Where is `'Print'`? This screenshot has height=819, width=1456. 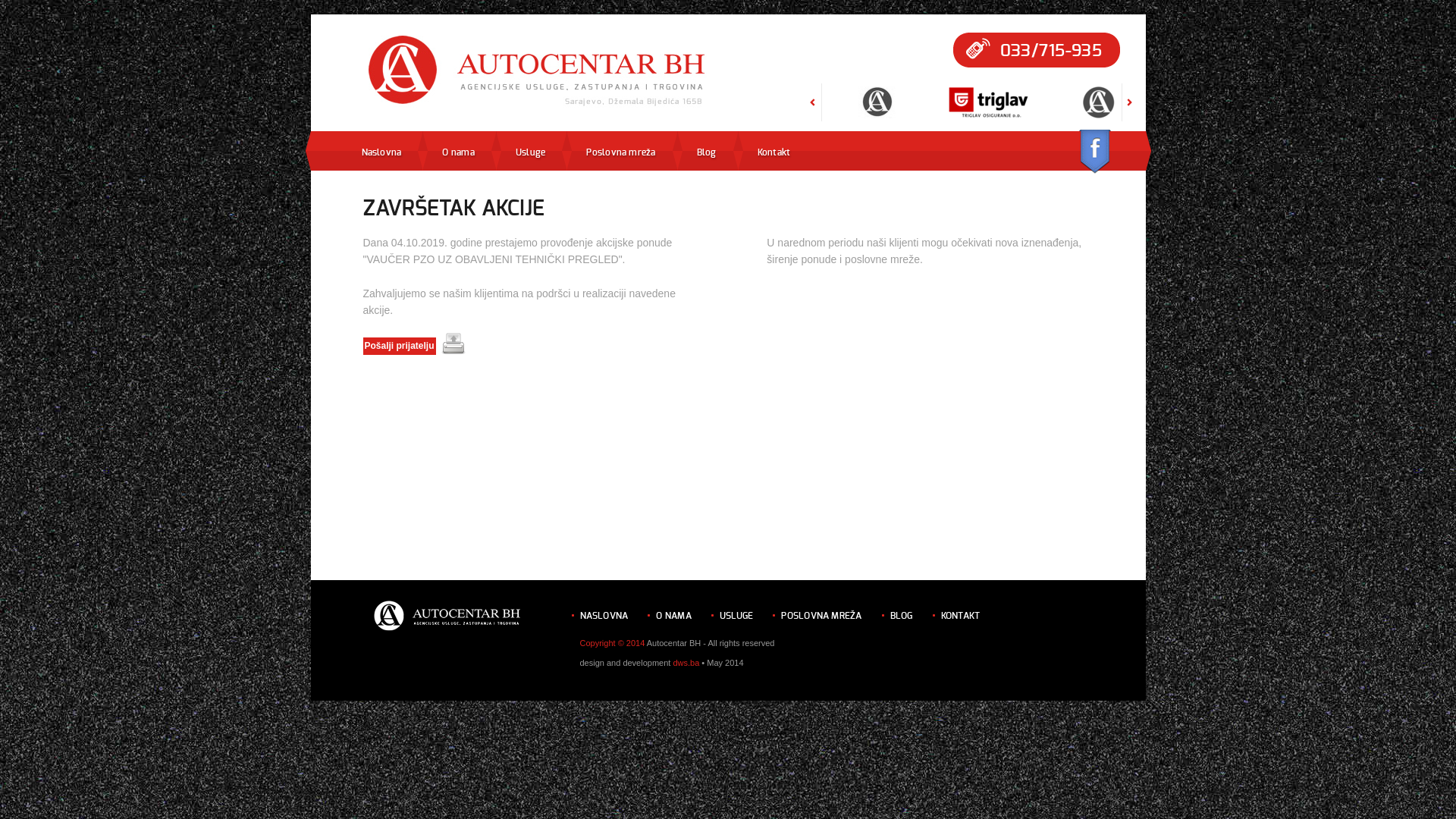
'Print' is located at coordinates (453, 343).